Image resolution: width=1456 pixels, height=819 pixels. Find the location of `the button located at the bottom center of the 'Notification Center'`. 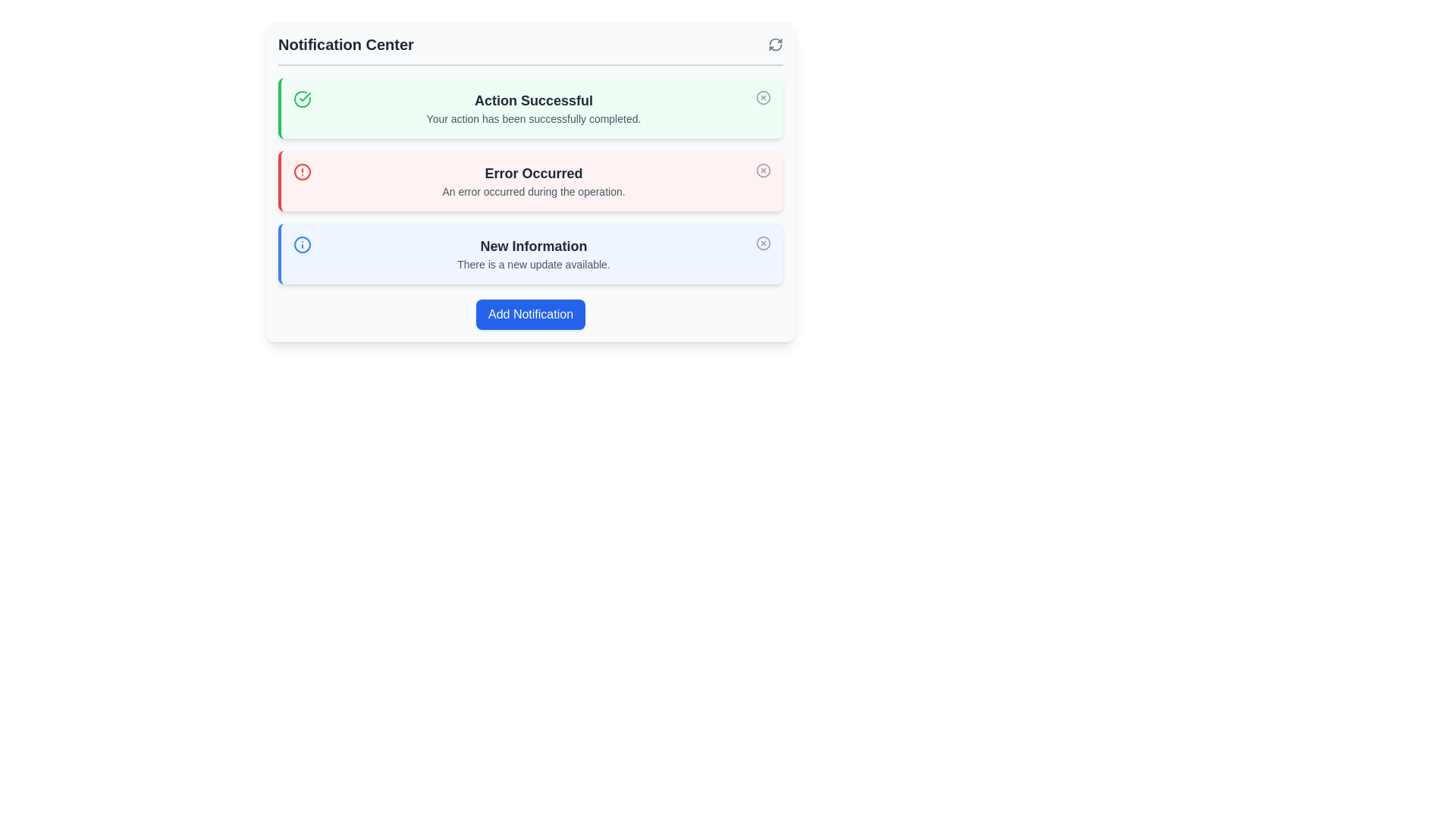

the button located at the bottom center of the 'Notification Center' is located at coordinates (531, 314).